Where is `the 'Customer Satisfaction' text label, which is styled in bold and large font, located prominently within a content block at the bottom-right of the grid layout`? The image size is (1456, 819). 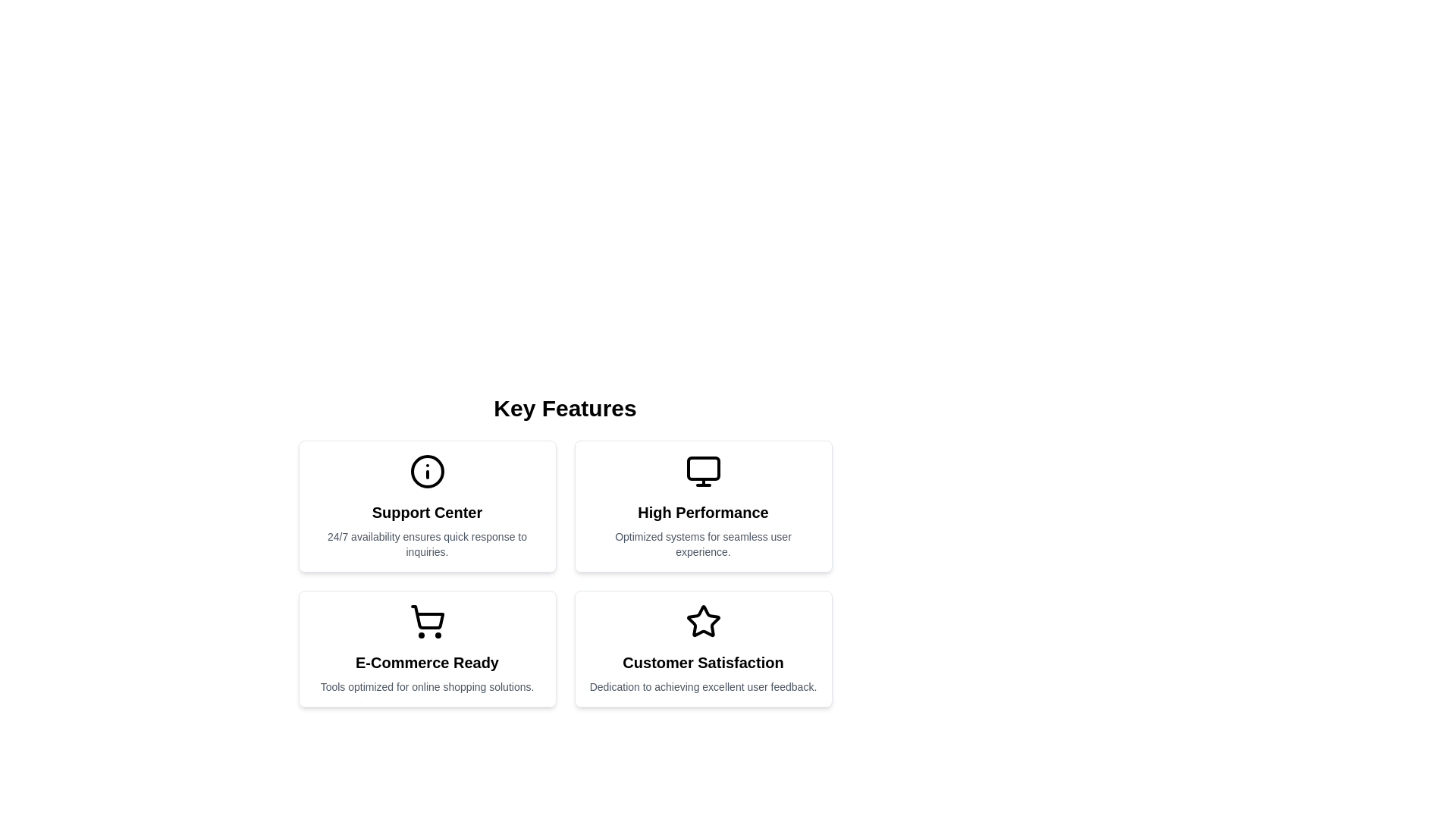 the 'Customer Satisfaction' text label, which is styled in bold and large font, located prominently within a content block at the bottom-right of the grid layout is located at coordinates (702, 662).